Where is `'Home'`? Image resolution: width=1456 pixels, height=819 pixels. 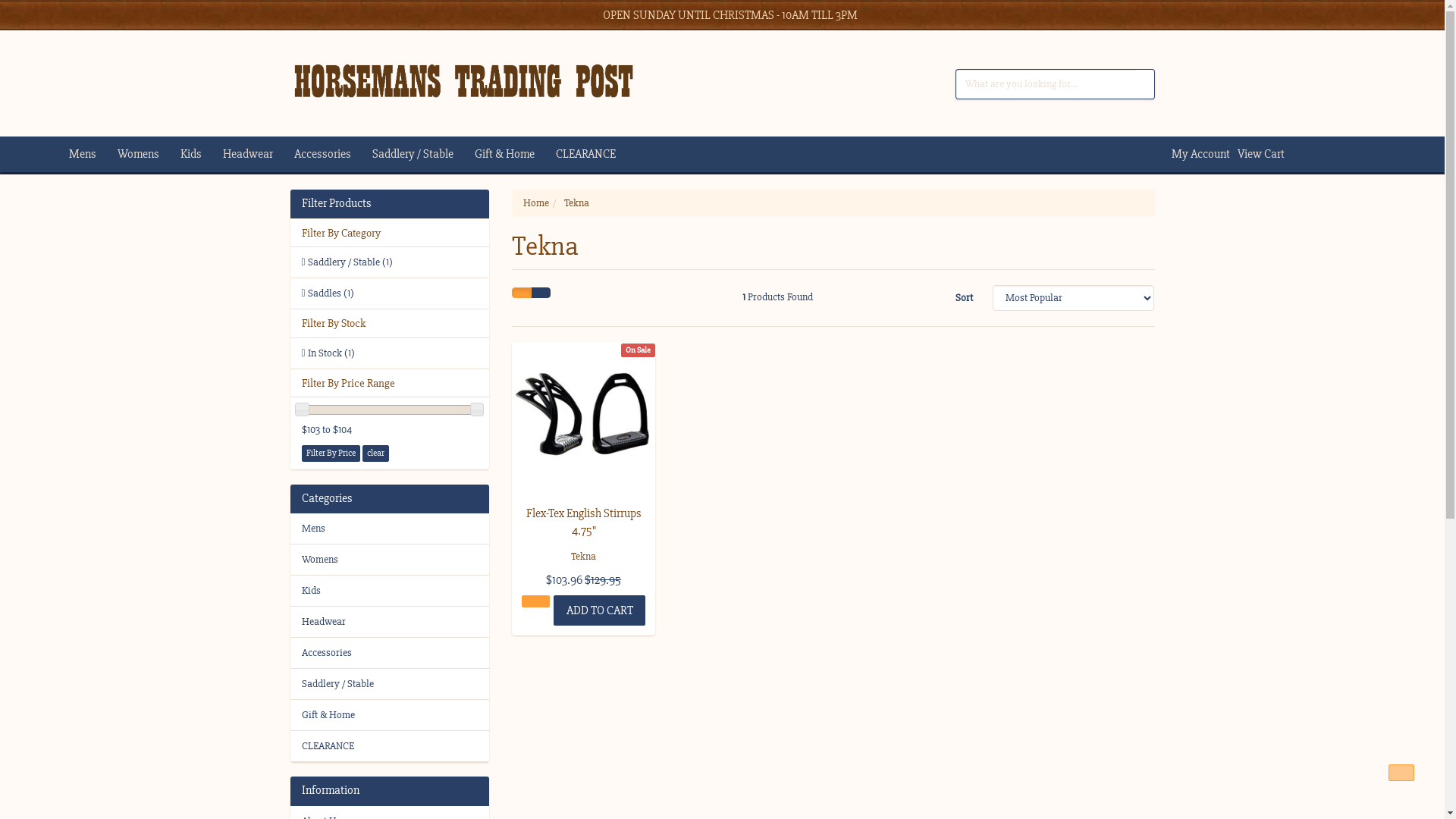 'Home' is located at coordinates (523, 202).